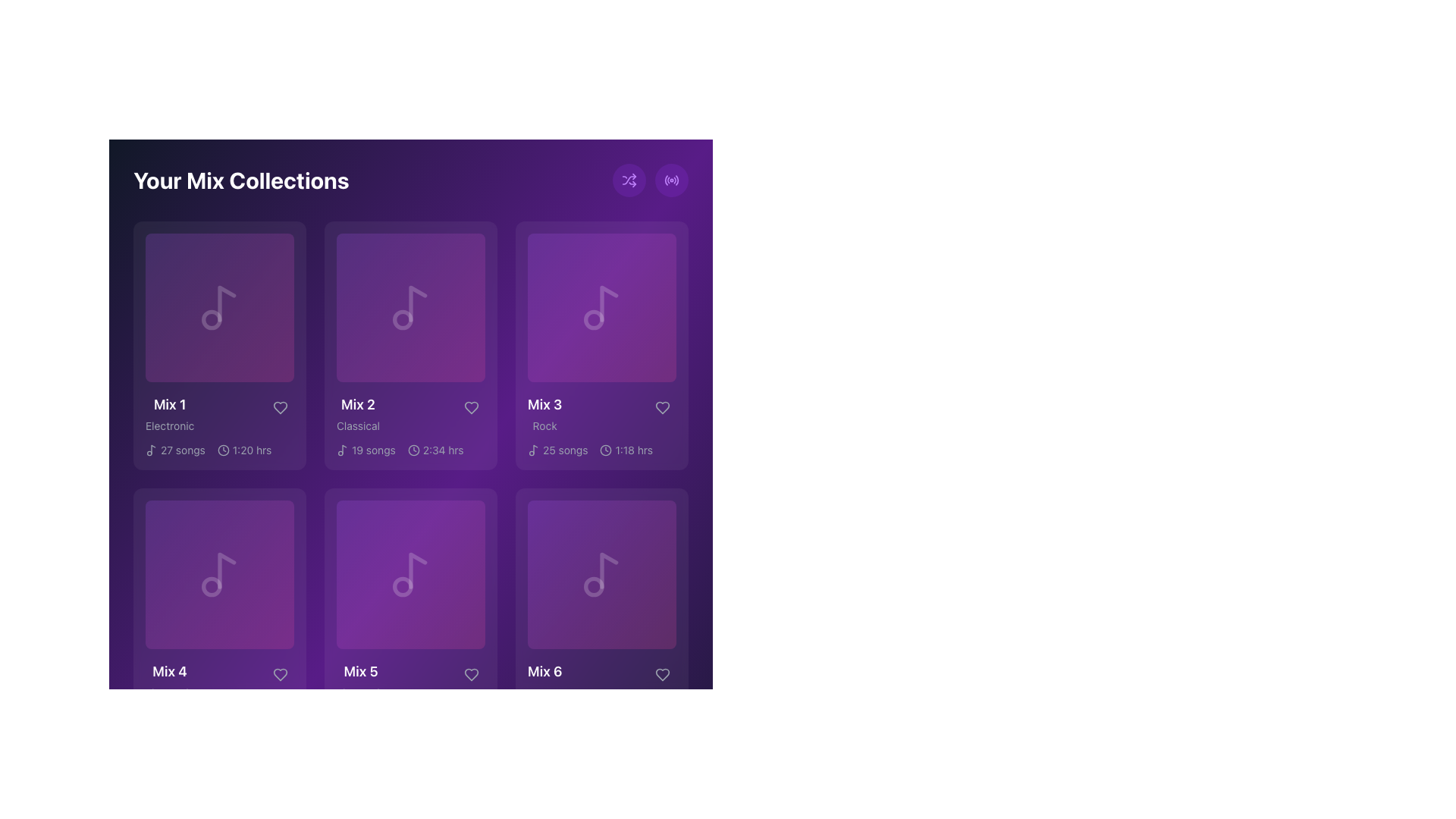  Describe the element at coordinates (218, 307) in the screenshot. I see `the play button icon that is centrally located within the purple rounded button for initiating playback of the content associated with Mix 1` at that location.